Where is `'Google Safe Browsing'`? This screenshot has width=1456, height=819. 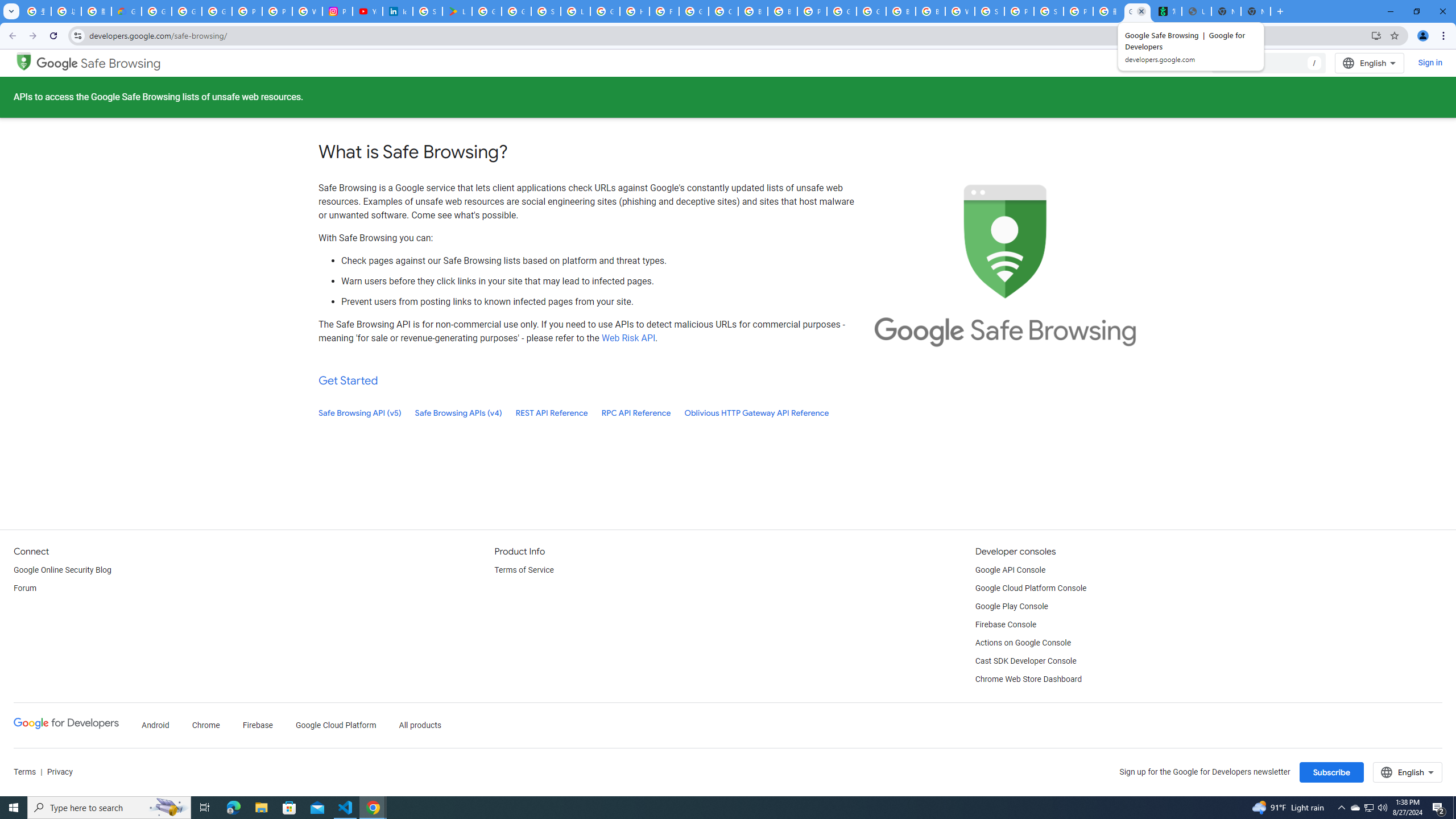
'Google Safe Browsing' is located at coordinates (99, 63).